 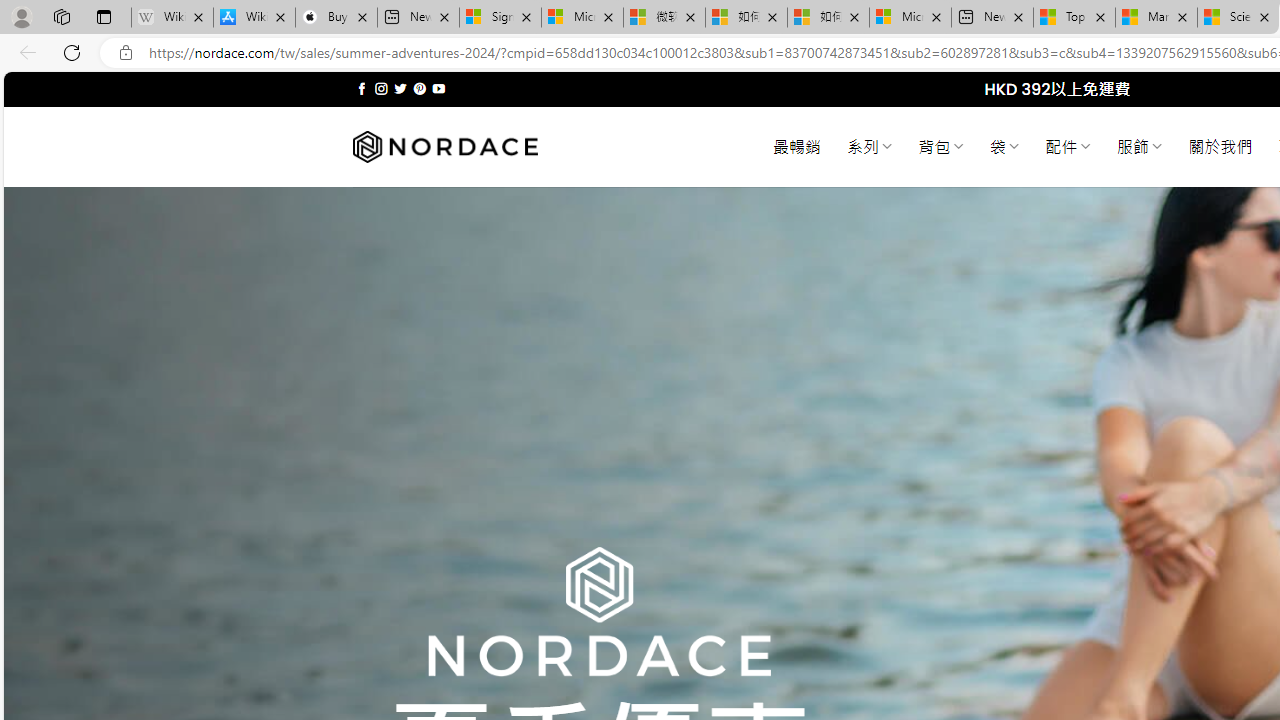 What do you see at coordinates (438, 88) in the screenshot?
I see `'Follow on YouTube'` at bounding box center [438, 88].